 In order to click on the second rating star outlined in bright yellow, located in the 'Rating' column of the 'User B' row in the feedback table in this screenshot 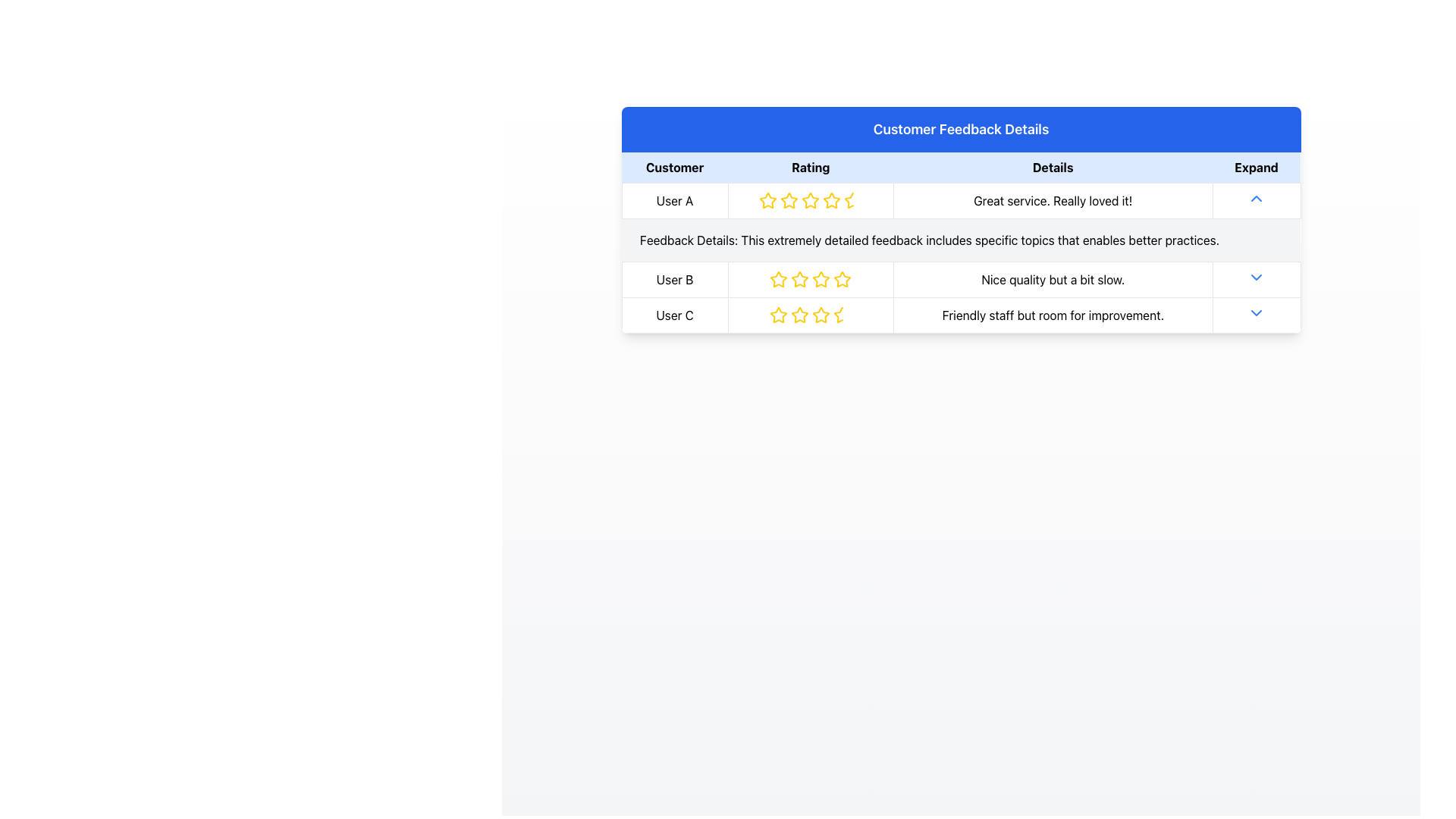, I will do `click(779, 280)`.